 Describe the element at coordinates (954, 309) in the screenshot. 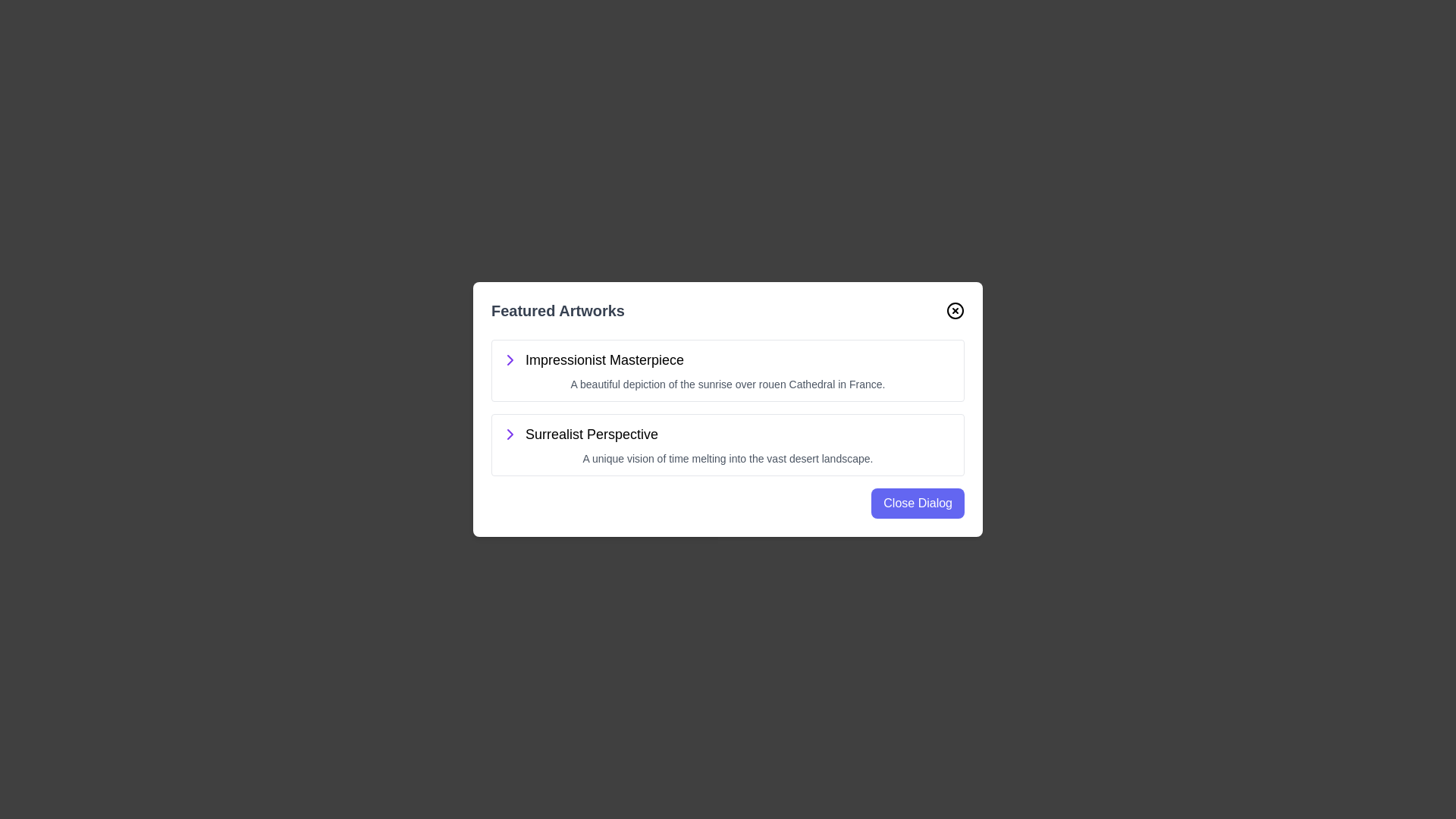

I see `close button at the top-right corner of the dialog` at that location.